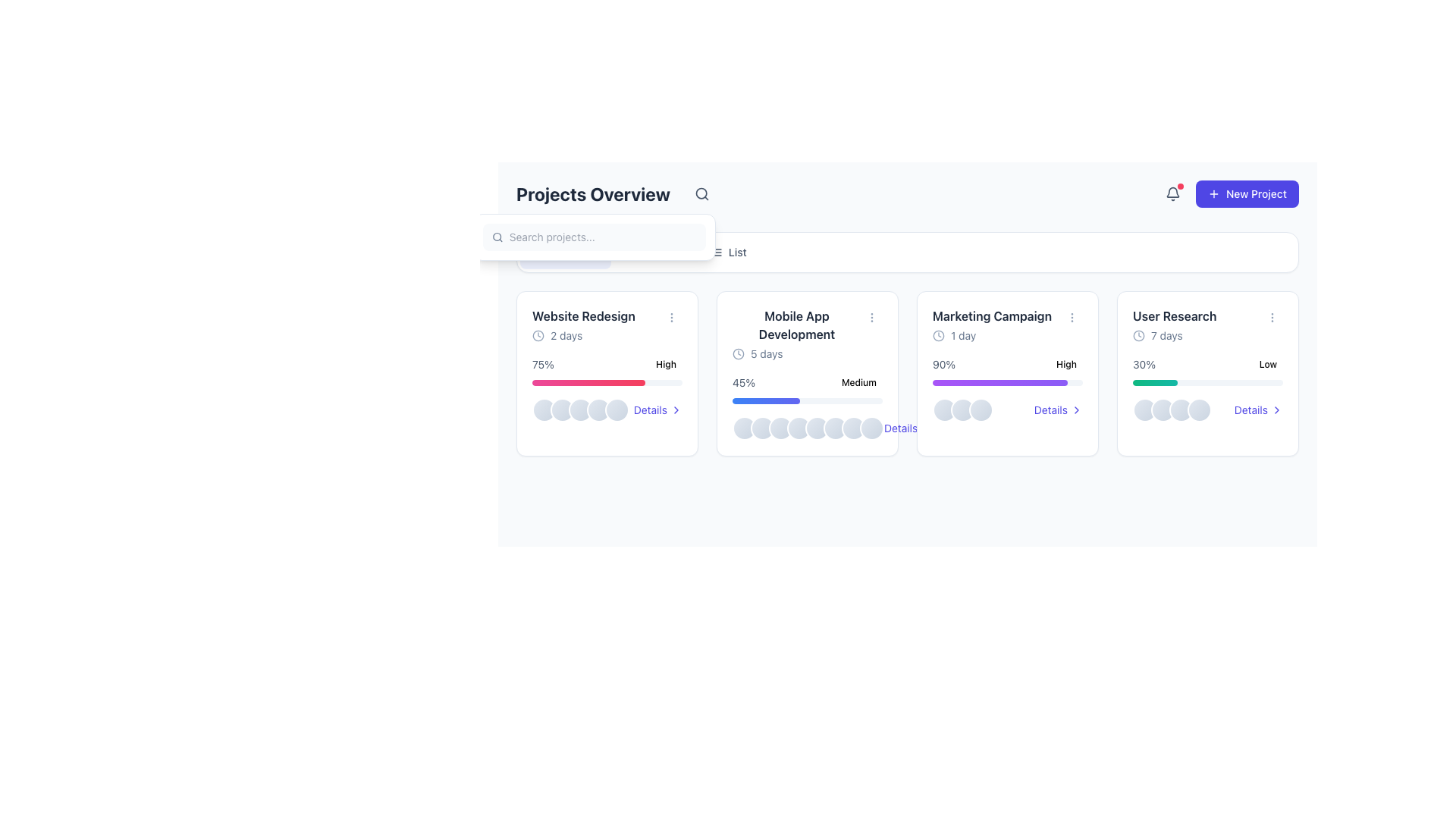 Image resolution: width=1456 pixels, height=819 pixels. Describe the element at coordinates (1276, 409) in the screenshot. I see `the interactive icon located in the bottom-right segment of the 'User Research' project card, immediately to the right of the 'Details' text` at that location.